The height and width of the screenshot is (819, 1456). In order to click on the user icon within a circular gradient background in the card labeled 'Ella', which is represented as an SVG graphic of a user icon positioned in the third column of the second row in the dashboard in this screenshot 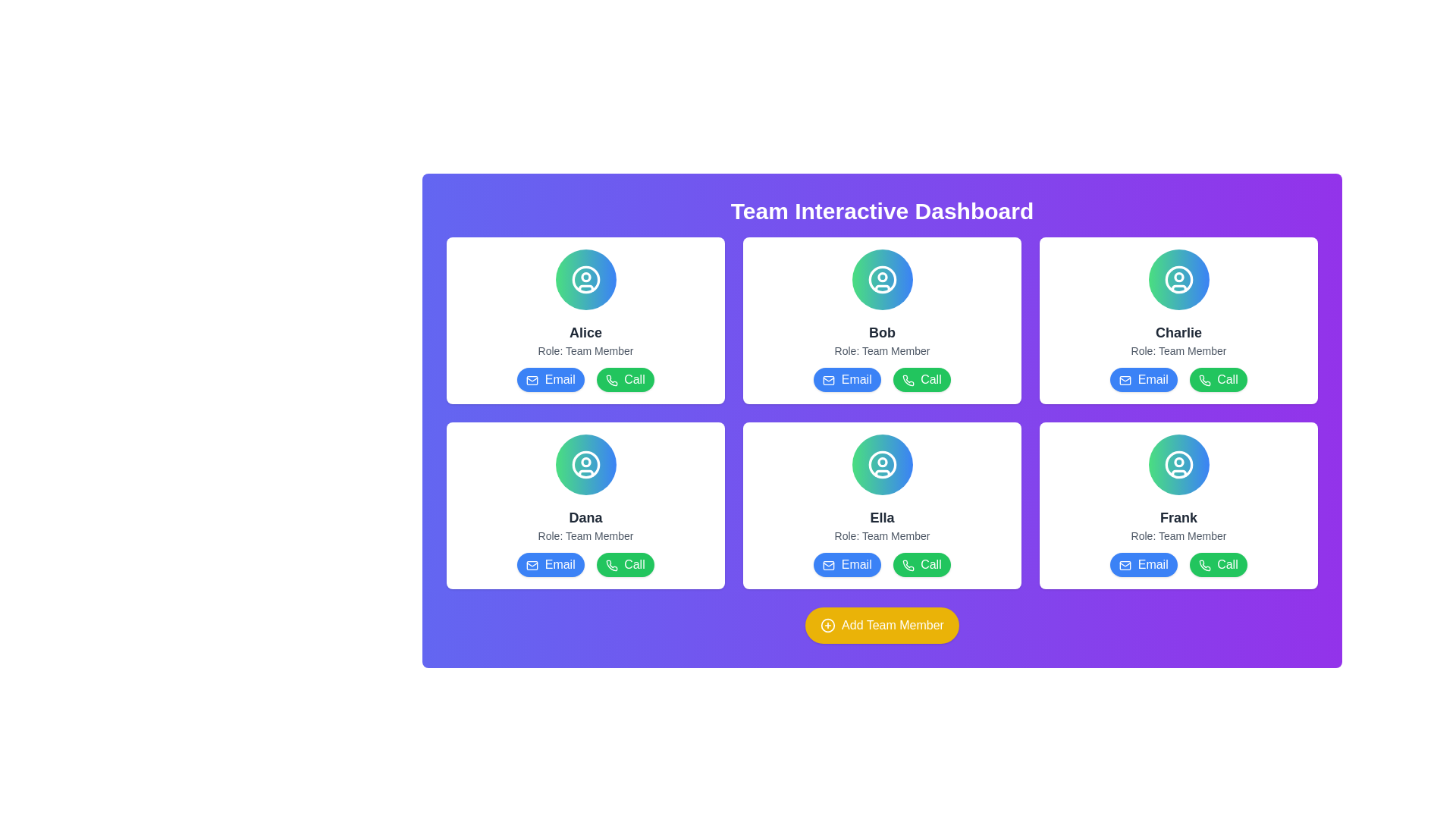, I will do `click(882, 464)`.